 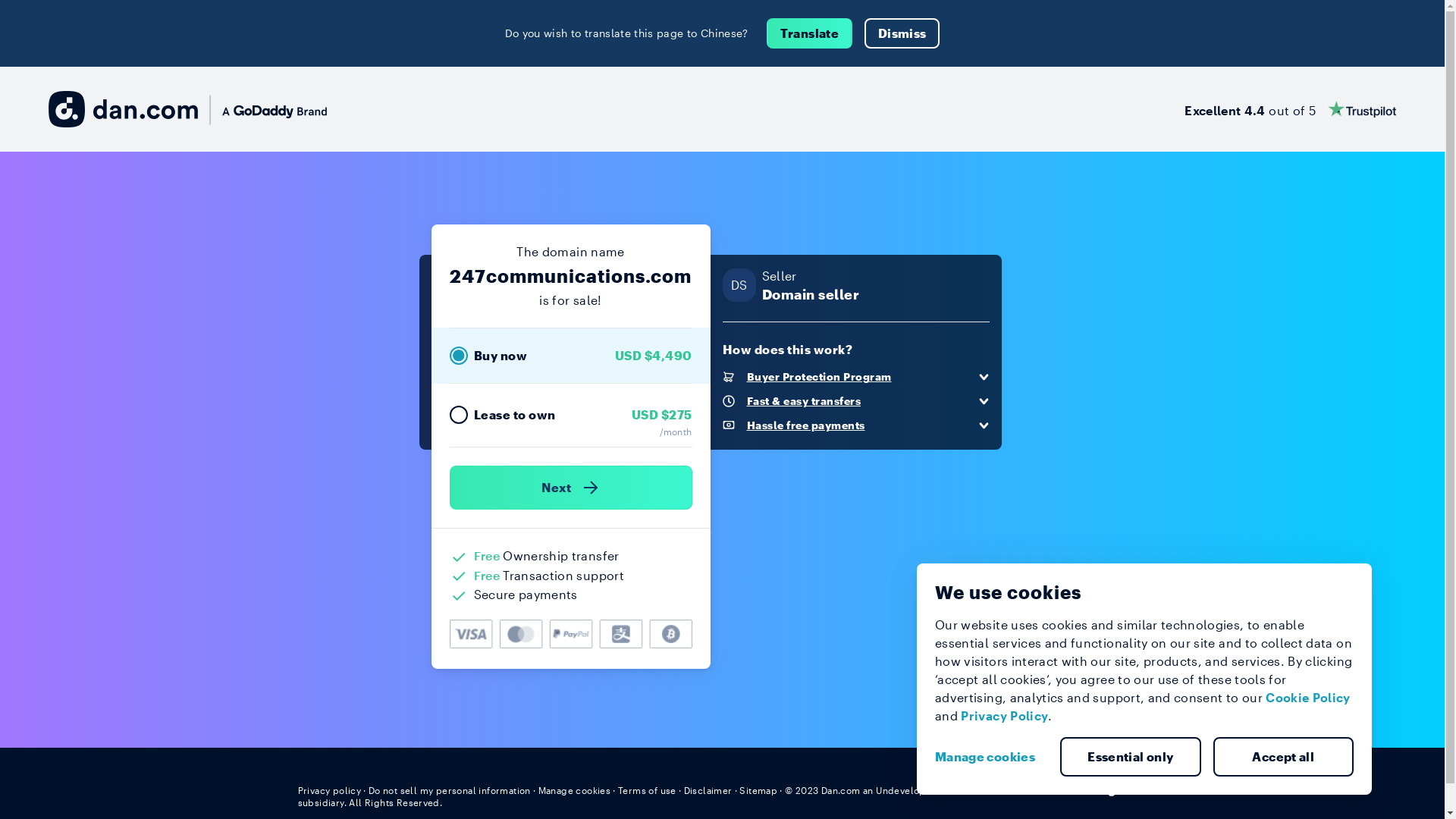 What do you see at coordinates (368, 789) in the screenshot?
I see `'Do not sell my personal information'` at bounding box center [368, 789].